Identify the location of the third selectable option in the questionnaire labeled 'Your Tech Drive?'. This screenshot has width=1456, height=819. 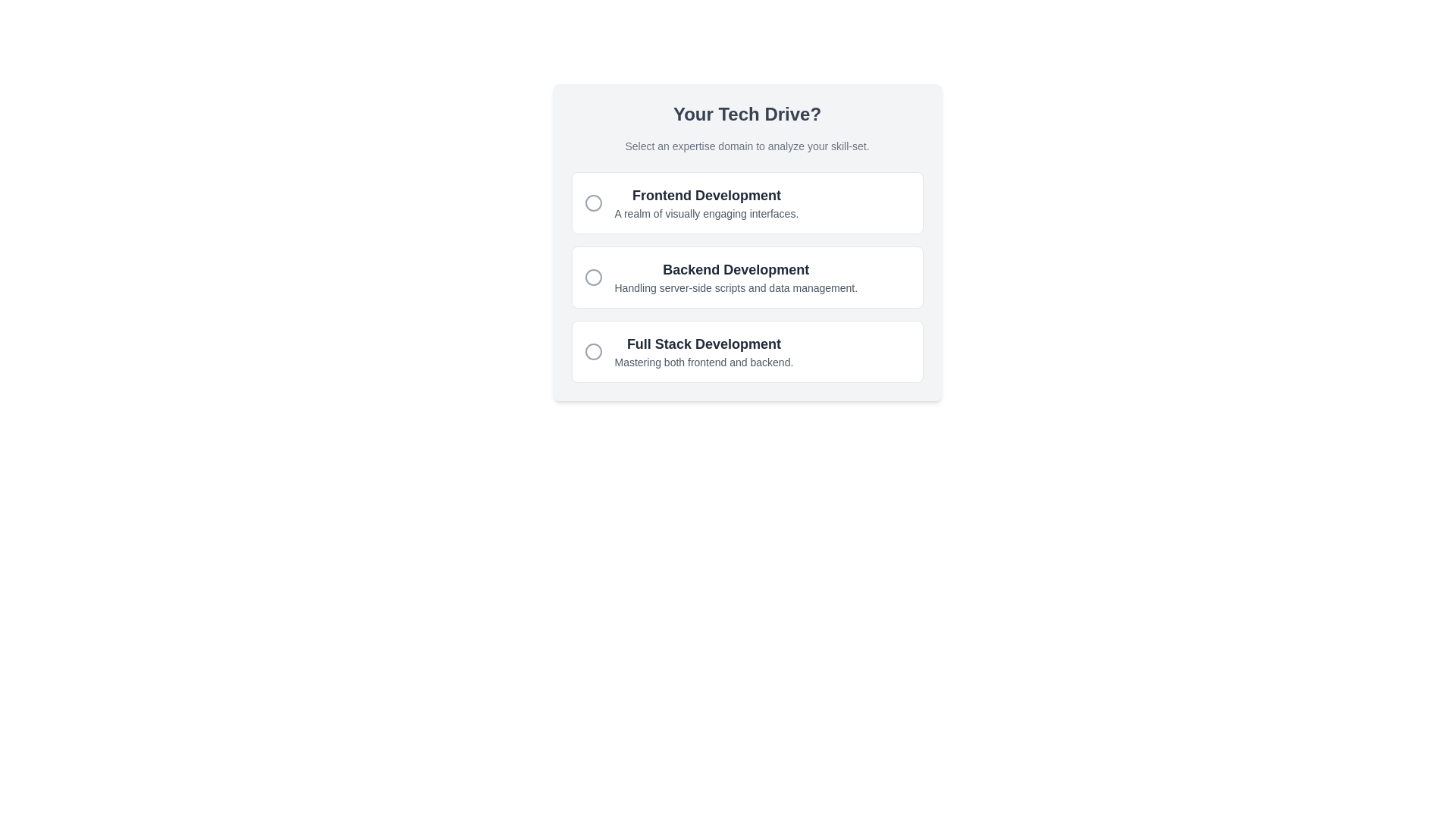
(703, 351).